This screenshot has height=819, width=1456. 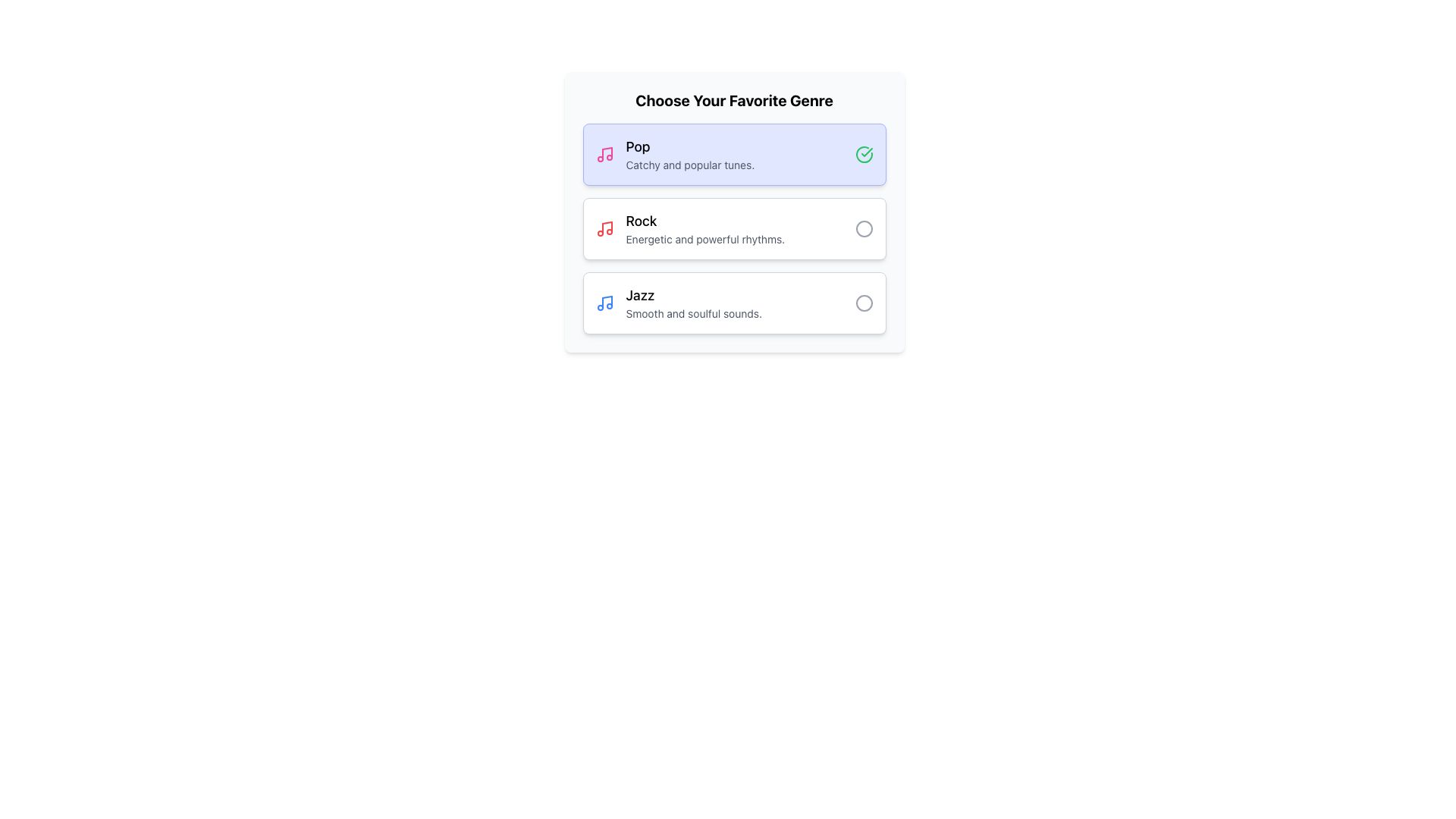 What do you see at coordinates (734, 228) in the screenshot?
I see `the second selectable list item labeled 'Rock' that features a musical note icon and a subtitle describing it as 'Energetic and powerful rhythms.'` at bounding box center [734, 228].